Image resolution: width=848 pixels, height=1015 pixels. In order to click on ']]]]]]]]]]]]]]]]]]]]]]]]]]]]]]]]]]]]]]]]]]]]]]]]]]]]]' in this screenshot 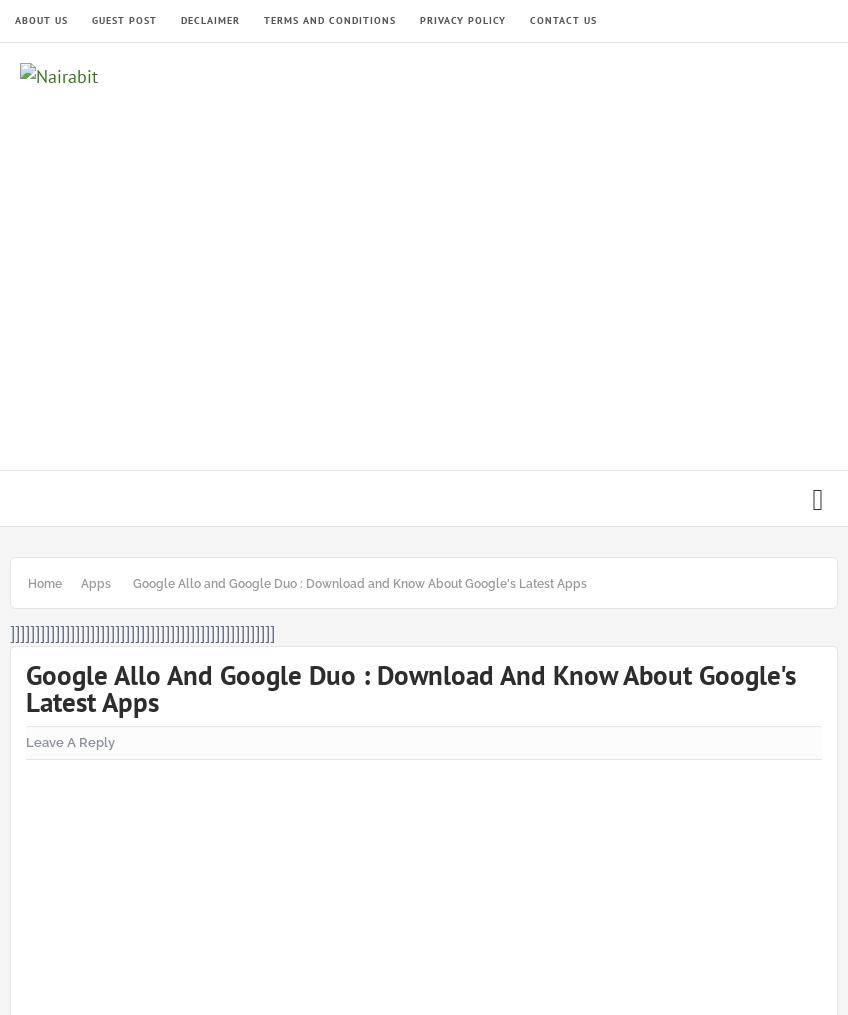, I will do `click(141, 630)`.